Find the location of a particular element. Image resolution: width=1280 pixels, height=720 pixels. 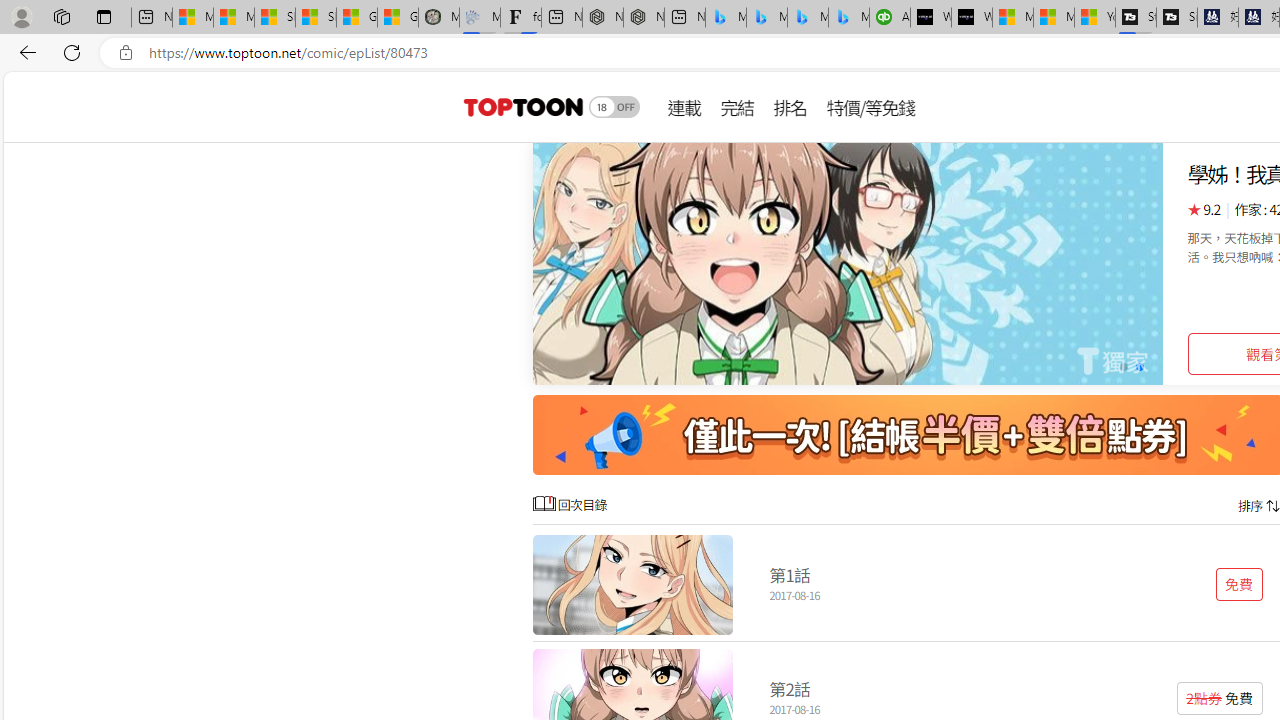

'Manatee Mortality Statistics | FWC' is located at coordinates (438, 17).